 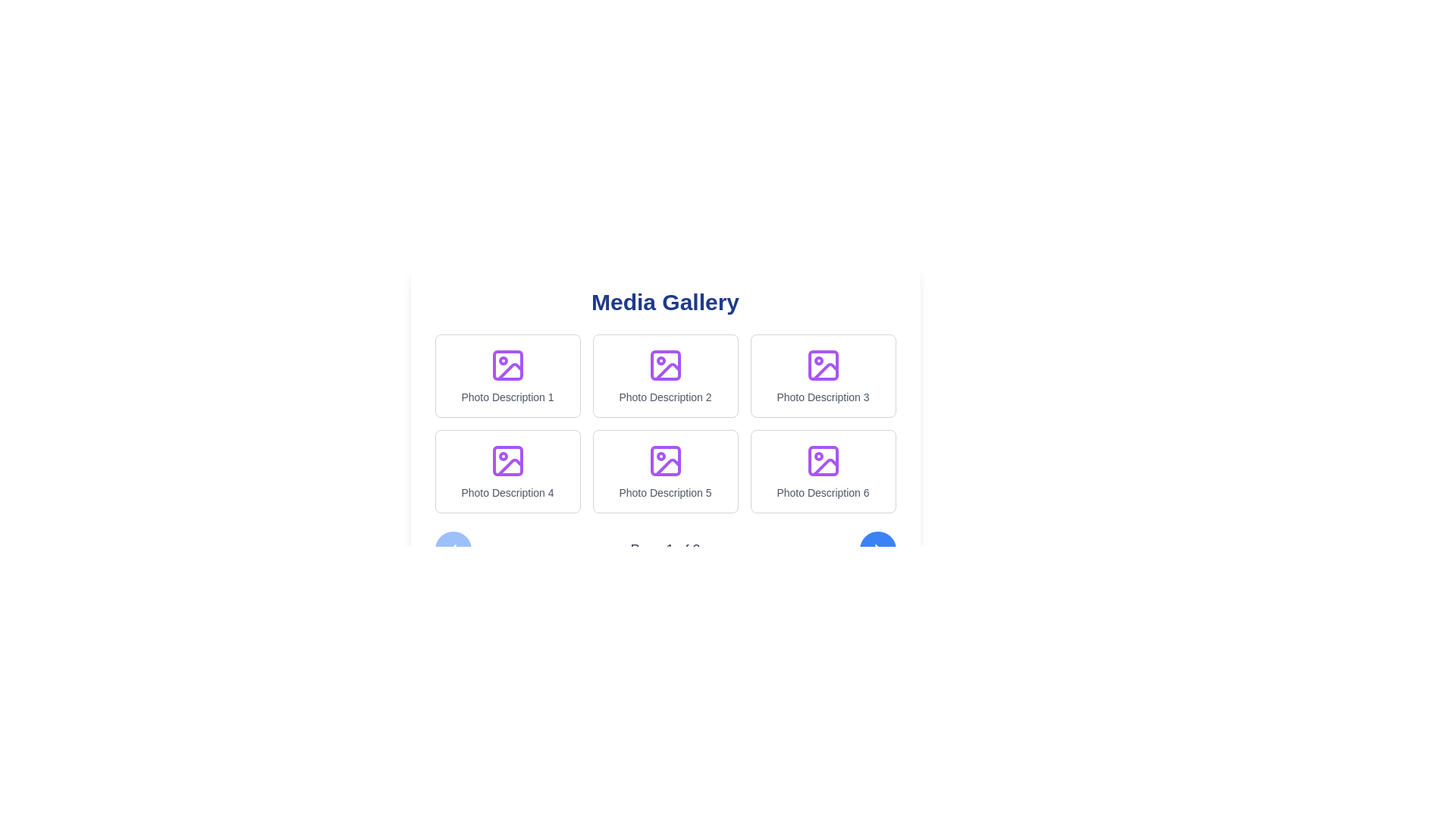 What do you see at coordinates (822, 460) in the screenshot?
I see `the icon resembling a basic image representation with a purple border and a circular detail, which is visually associated with the text 'Photo Description 6' located below it` at bounding box center [822, 460].